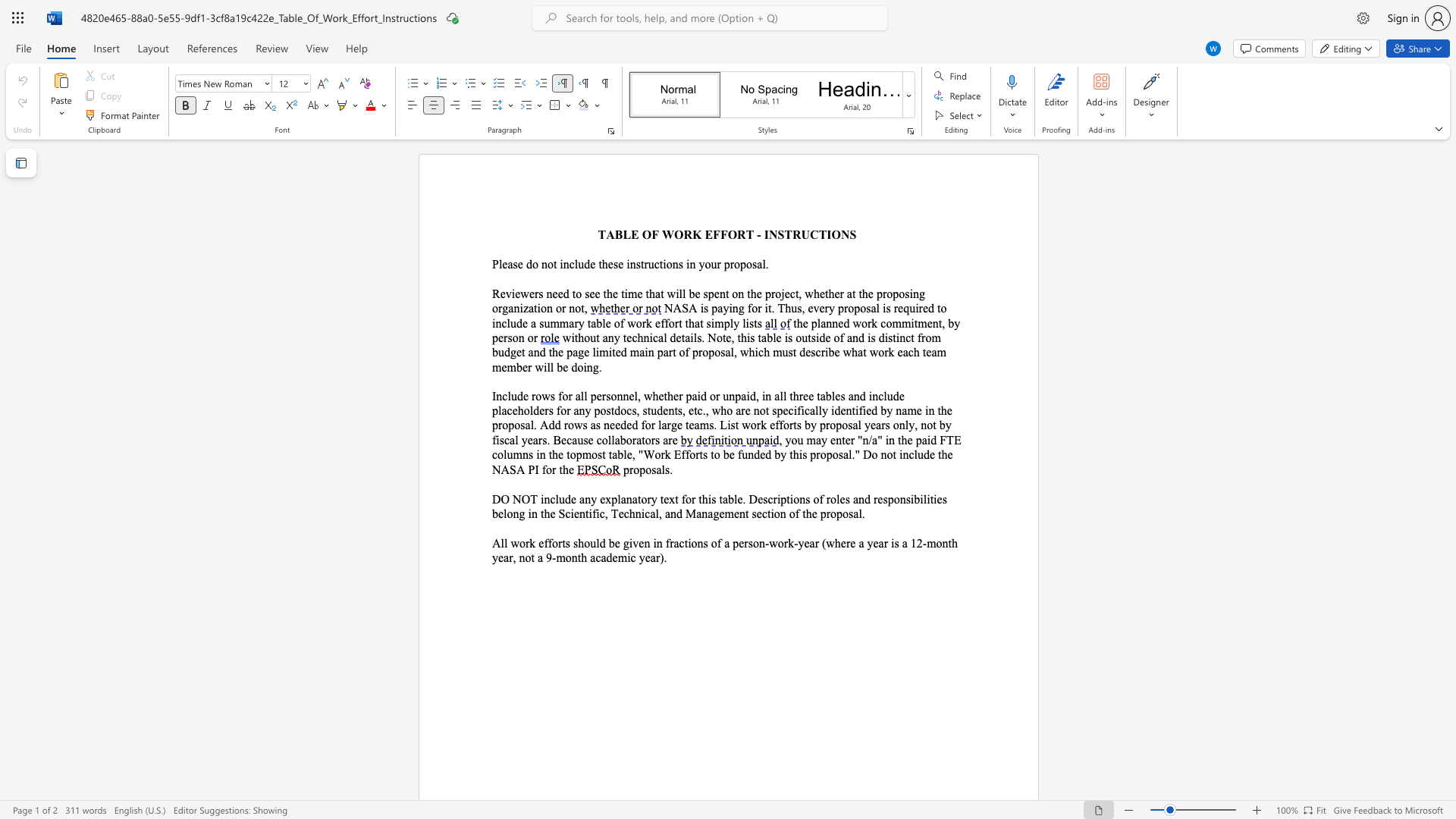  I want to click on the subset text "lease do not include these instructions in your proposa" within the text "Please do not include these instructions in your proposal.", so click(498, 263).